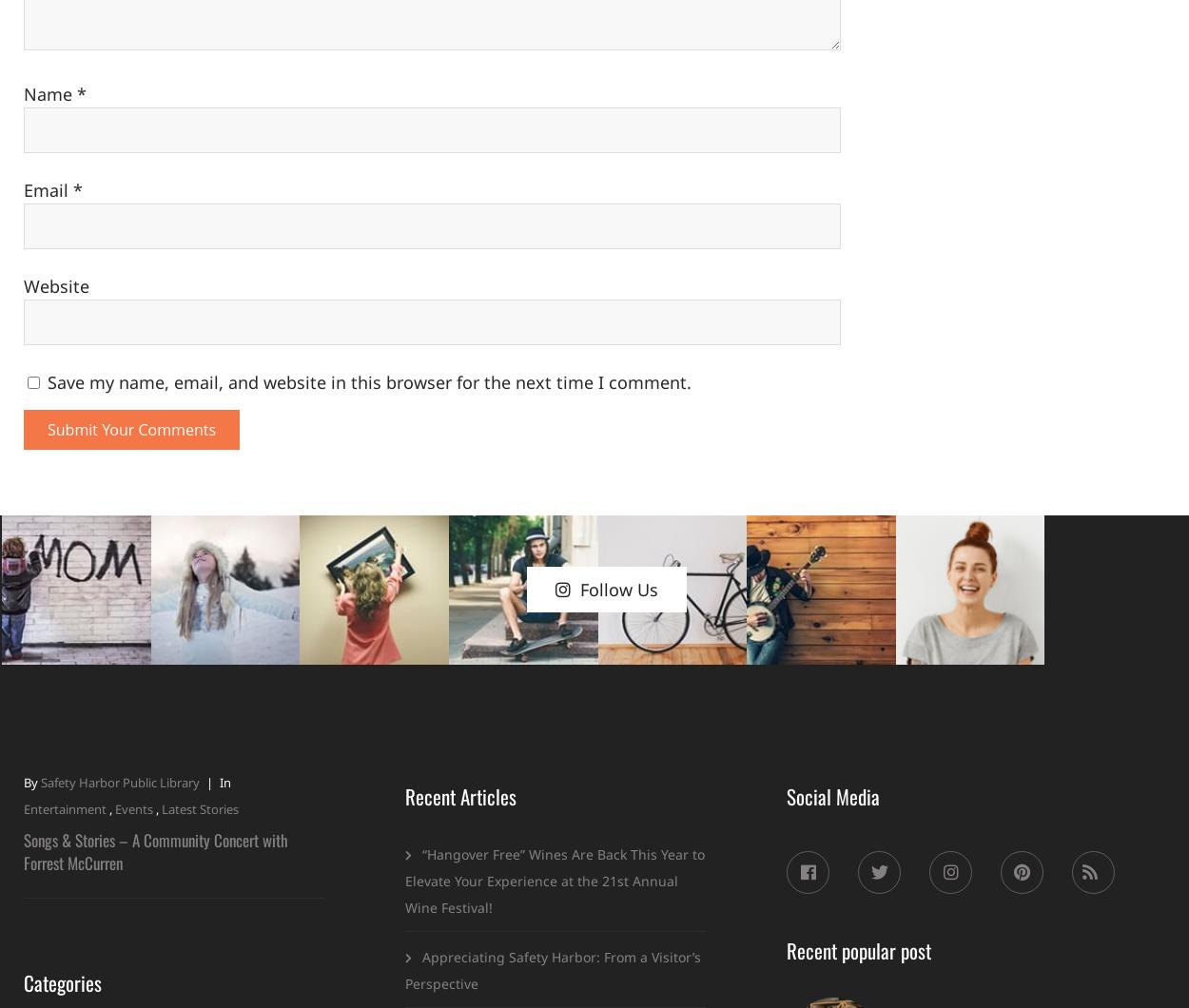 Image resolution: width=1189 pixels, height=1008 pixels. What do you see at coordinates (45, 795) in the screenshot?
I see `'Latest'` at bounding box center [45, 795].